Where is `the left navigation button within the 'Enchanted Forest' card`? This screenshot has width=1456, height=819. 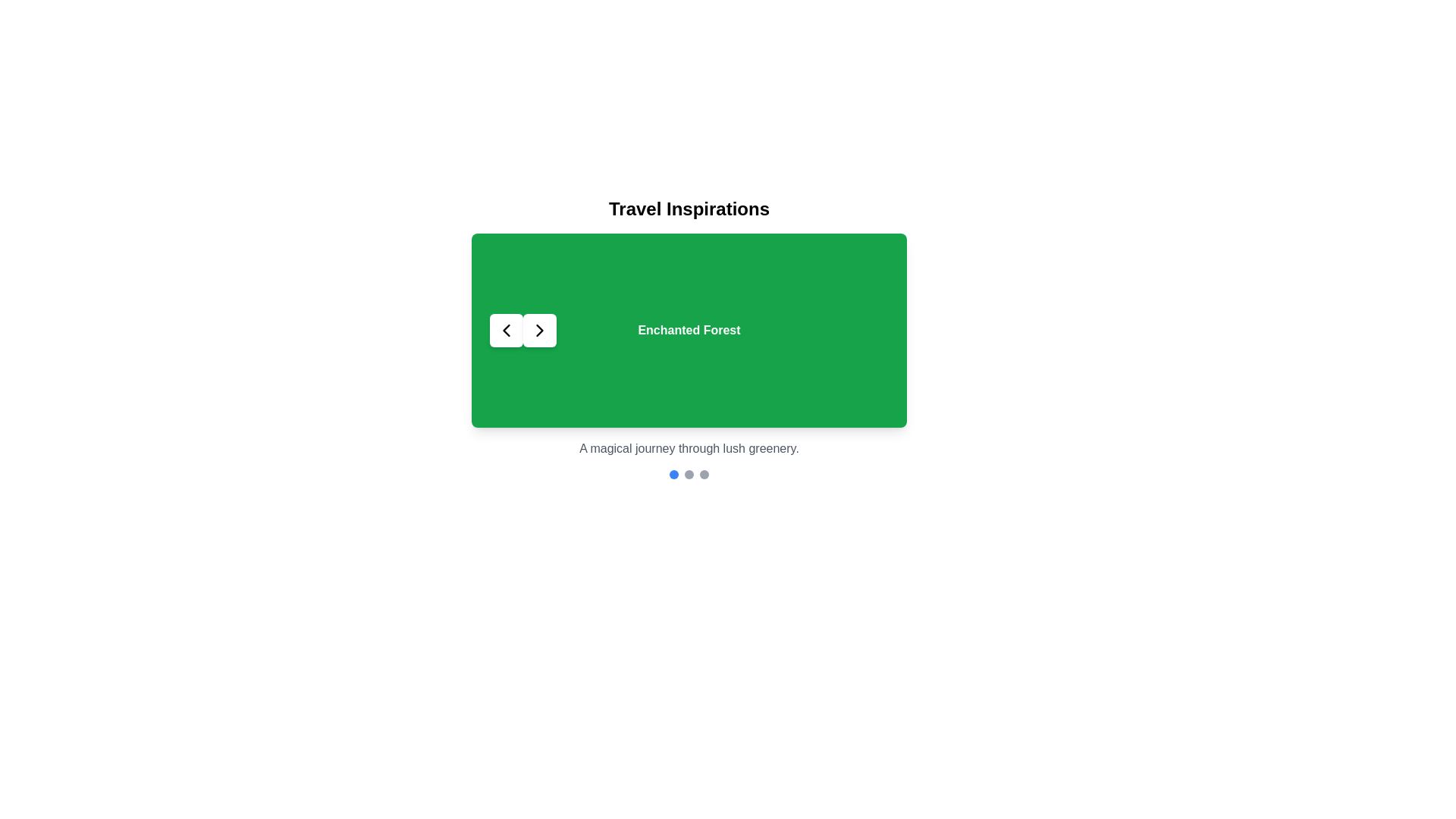
the left navigation button within the 'Enchanted Forest' card is located at coordinates (523, 329).